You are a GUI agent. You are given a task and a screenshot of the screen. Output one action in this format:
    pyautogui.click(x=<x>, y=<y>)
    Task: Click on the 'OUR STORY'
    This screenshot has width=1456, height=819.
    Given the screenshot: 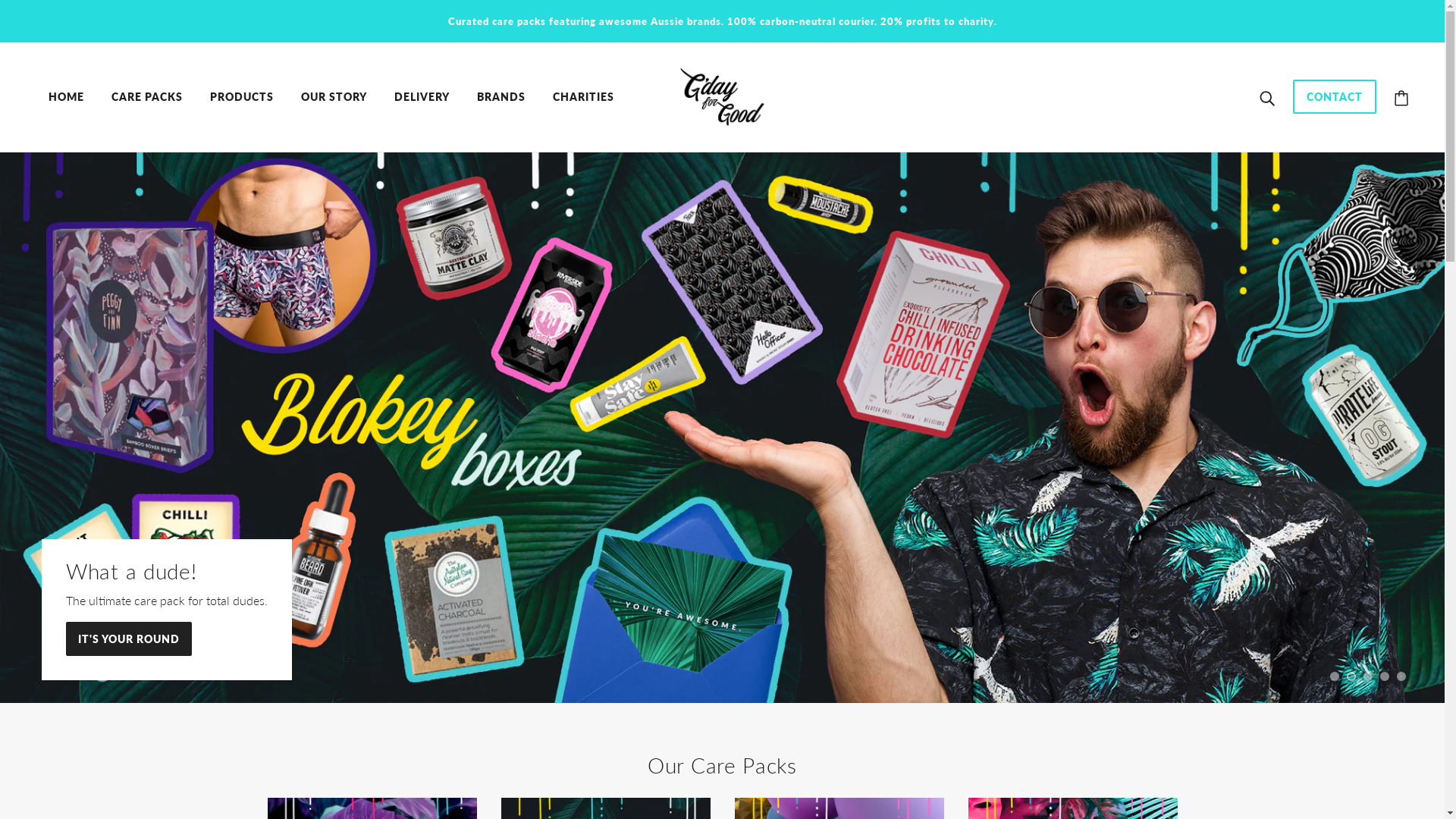 What is the action you would take?
    pyautogui.click(x=333, y=96)
    